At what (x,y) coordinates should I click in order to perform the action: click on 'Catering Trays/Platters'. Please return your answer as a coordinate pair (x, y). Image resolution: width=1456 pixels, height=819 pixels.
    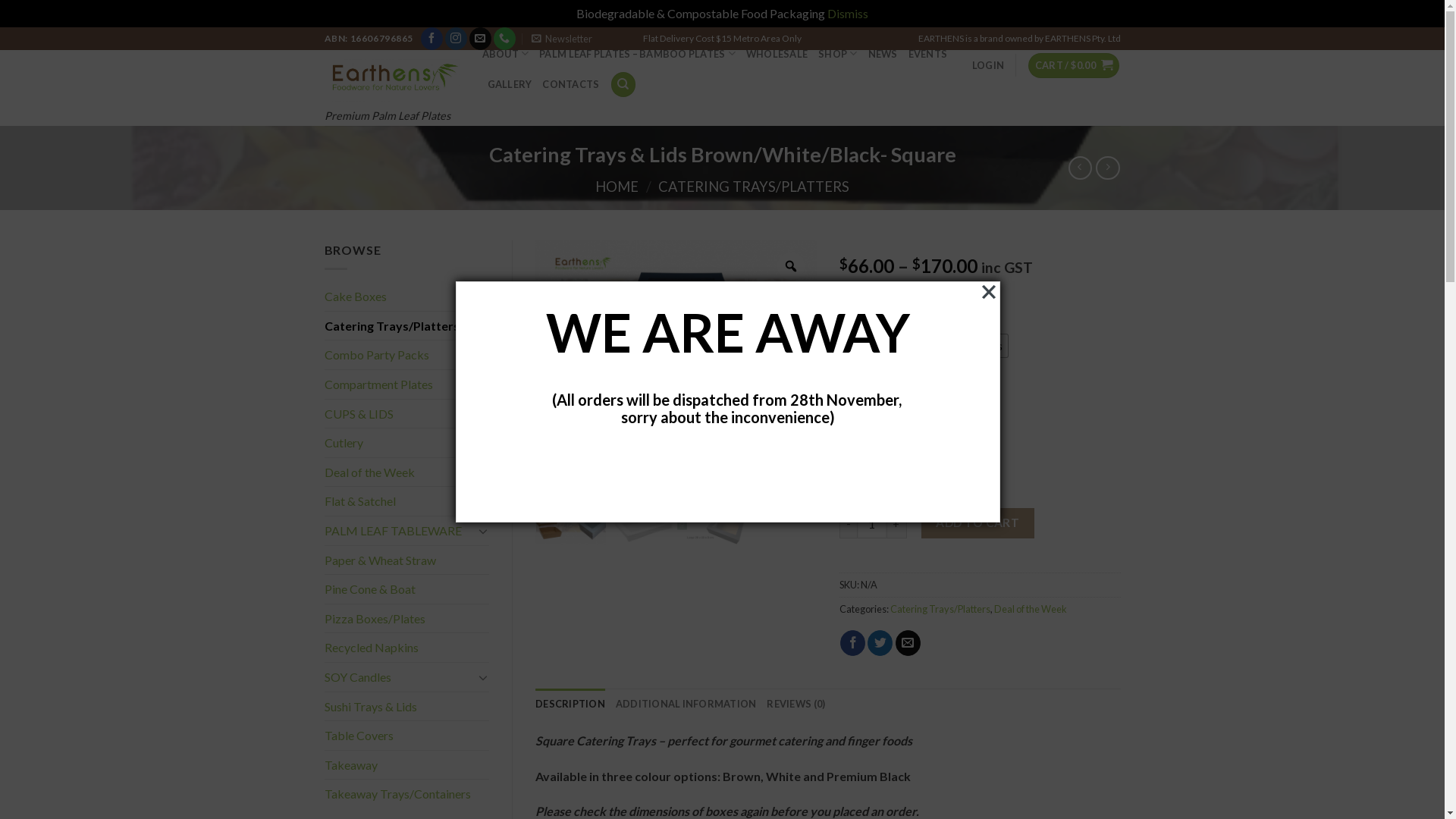
    Looking at the image, I should click on (890, 607).